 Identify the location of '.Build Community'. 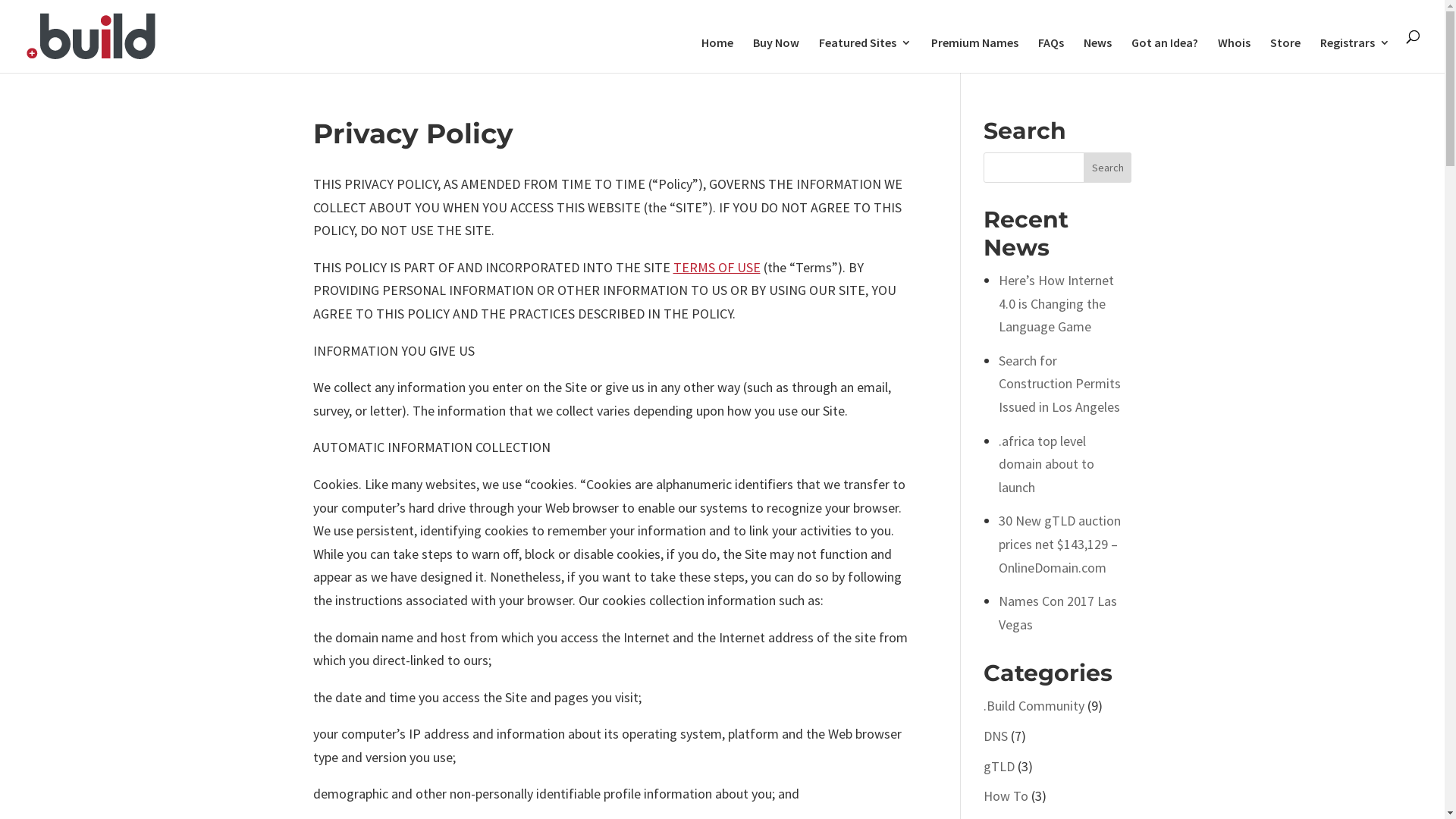
(1033, 705).